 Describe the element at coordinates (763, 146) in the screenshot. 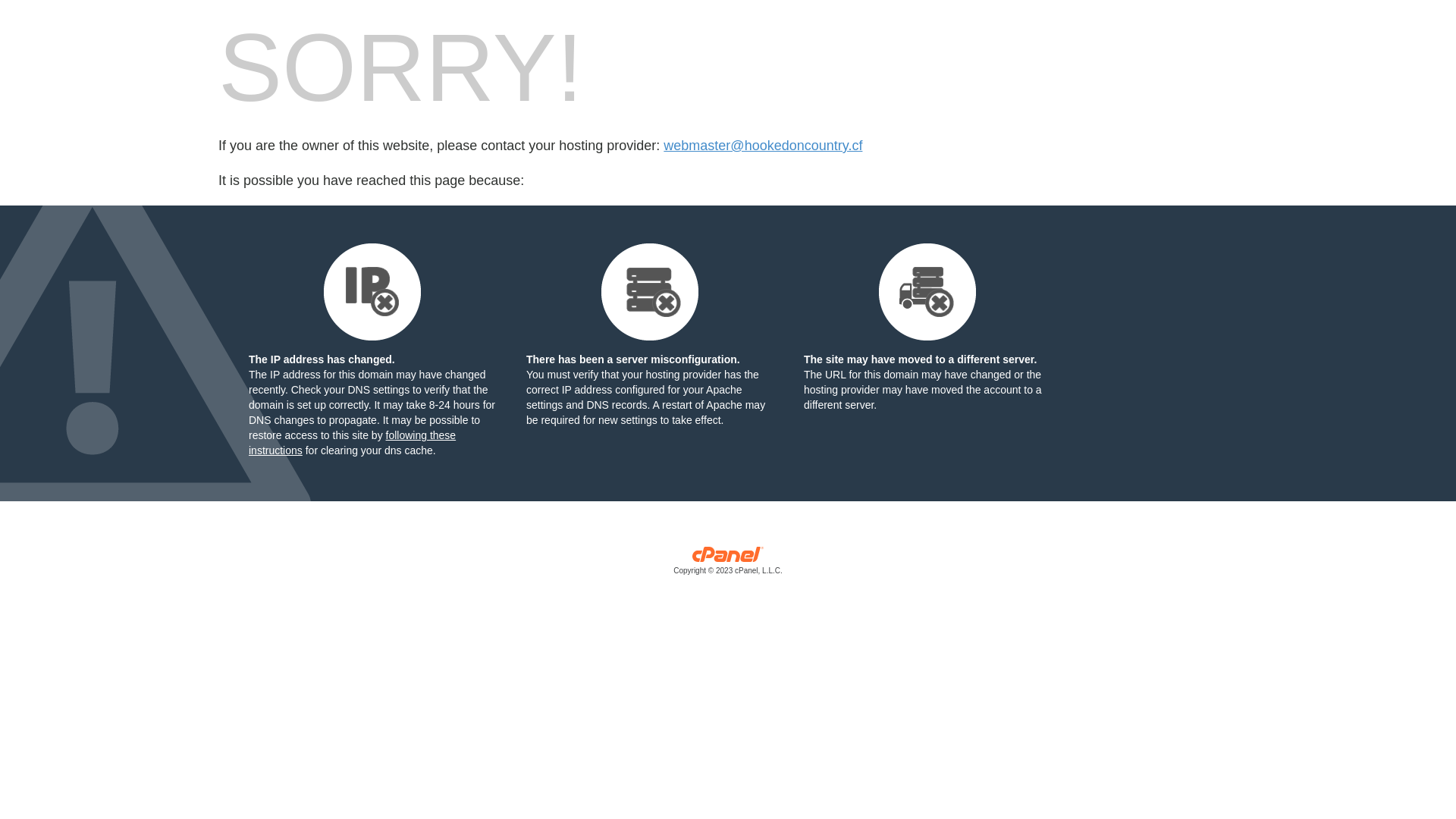

I see `'webmaster@hookedoncountry.cf'` at that location.